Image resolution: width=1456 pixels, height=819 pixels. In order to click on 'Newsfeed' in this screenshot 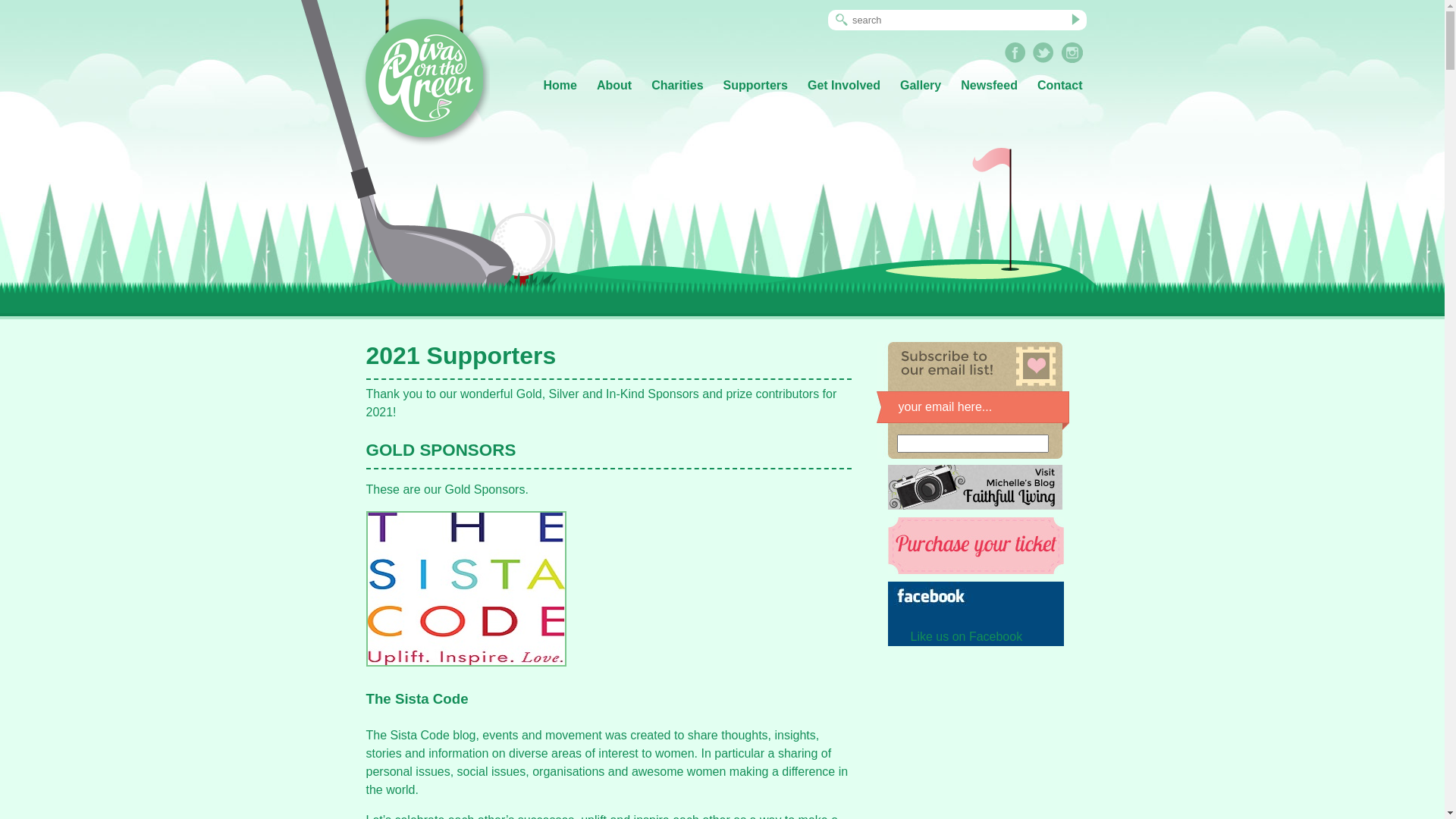, I will do `click(989, 85)`.